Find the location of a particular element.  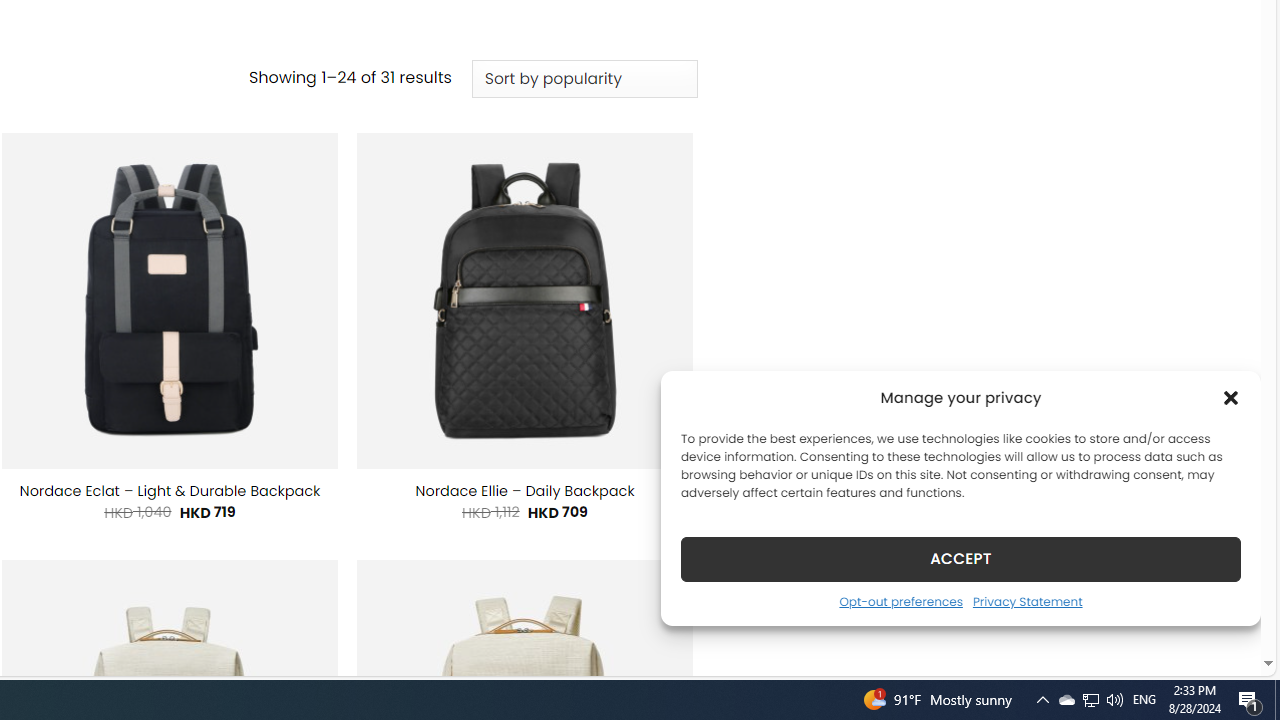

'Class: cmplz-close' is located at coordinates (1230, 397).